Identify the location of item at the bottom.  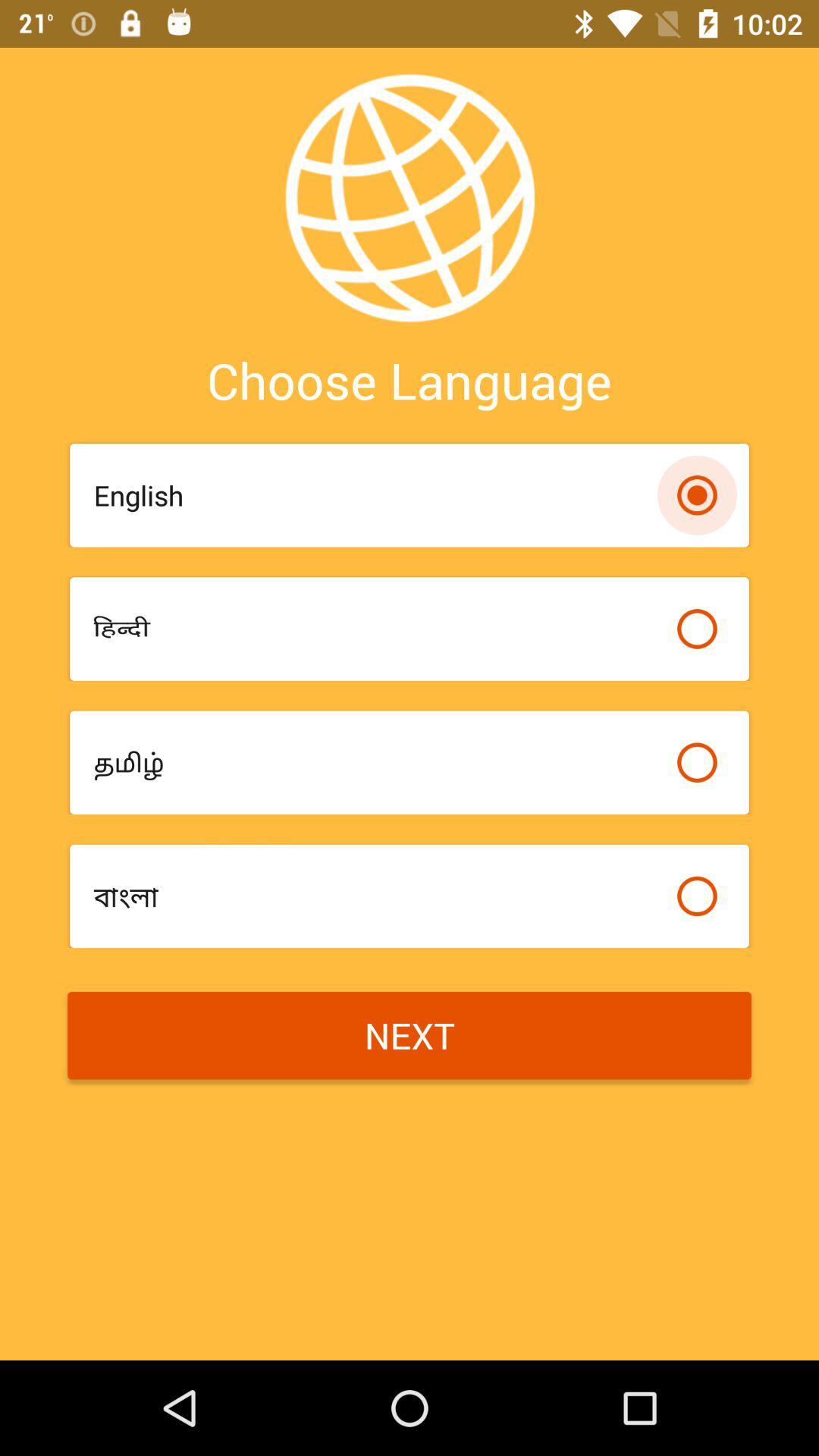
(409, 1034).